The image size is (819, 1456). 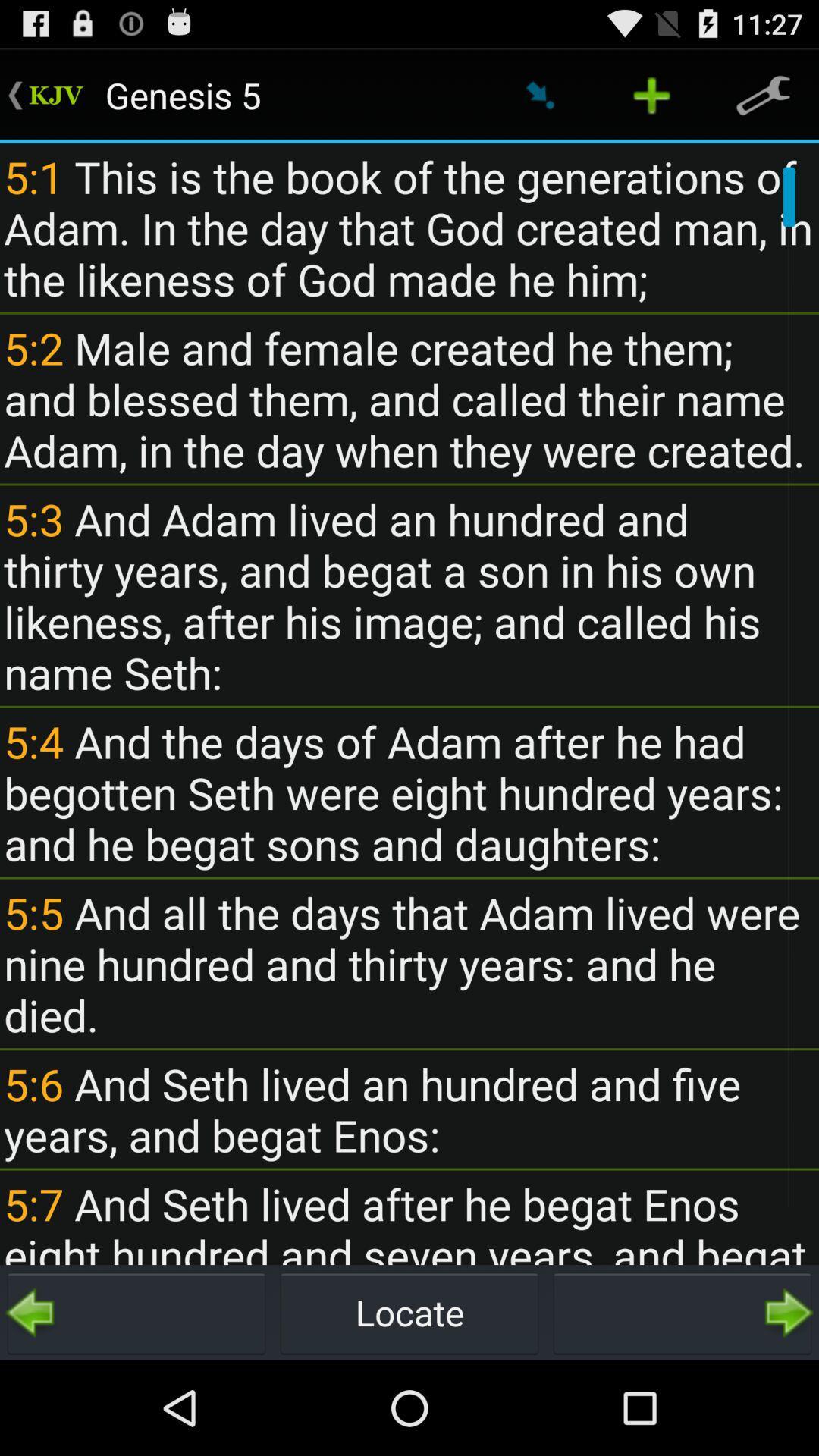 I want to click on previous, so click(x=136, y=1312).